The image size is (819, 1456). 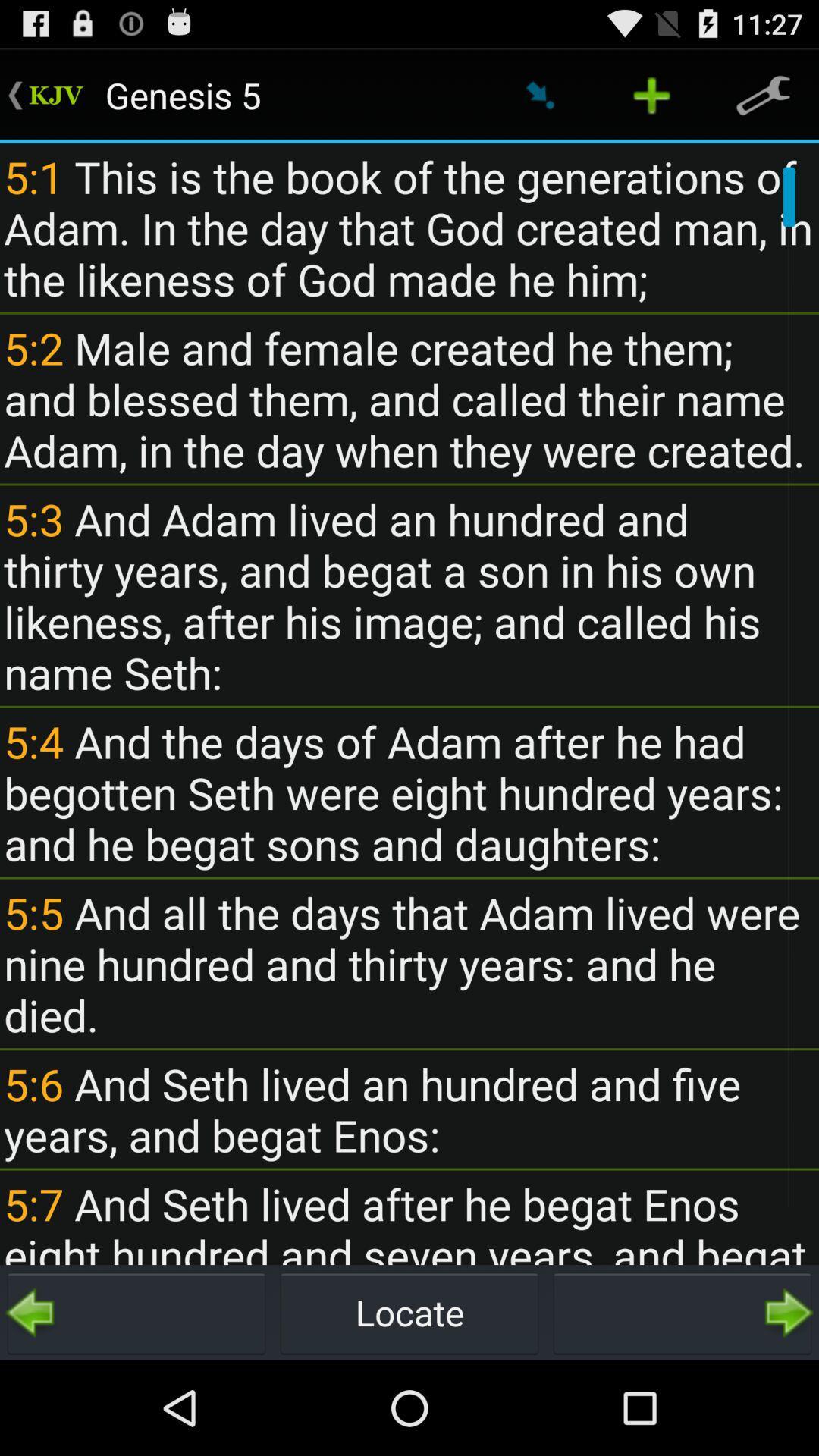 I want to click on previous, so click(x=136, y=1312).